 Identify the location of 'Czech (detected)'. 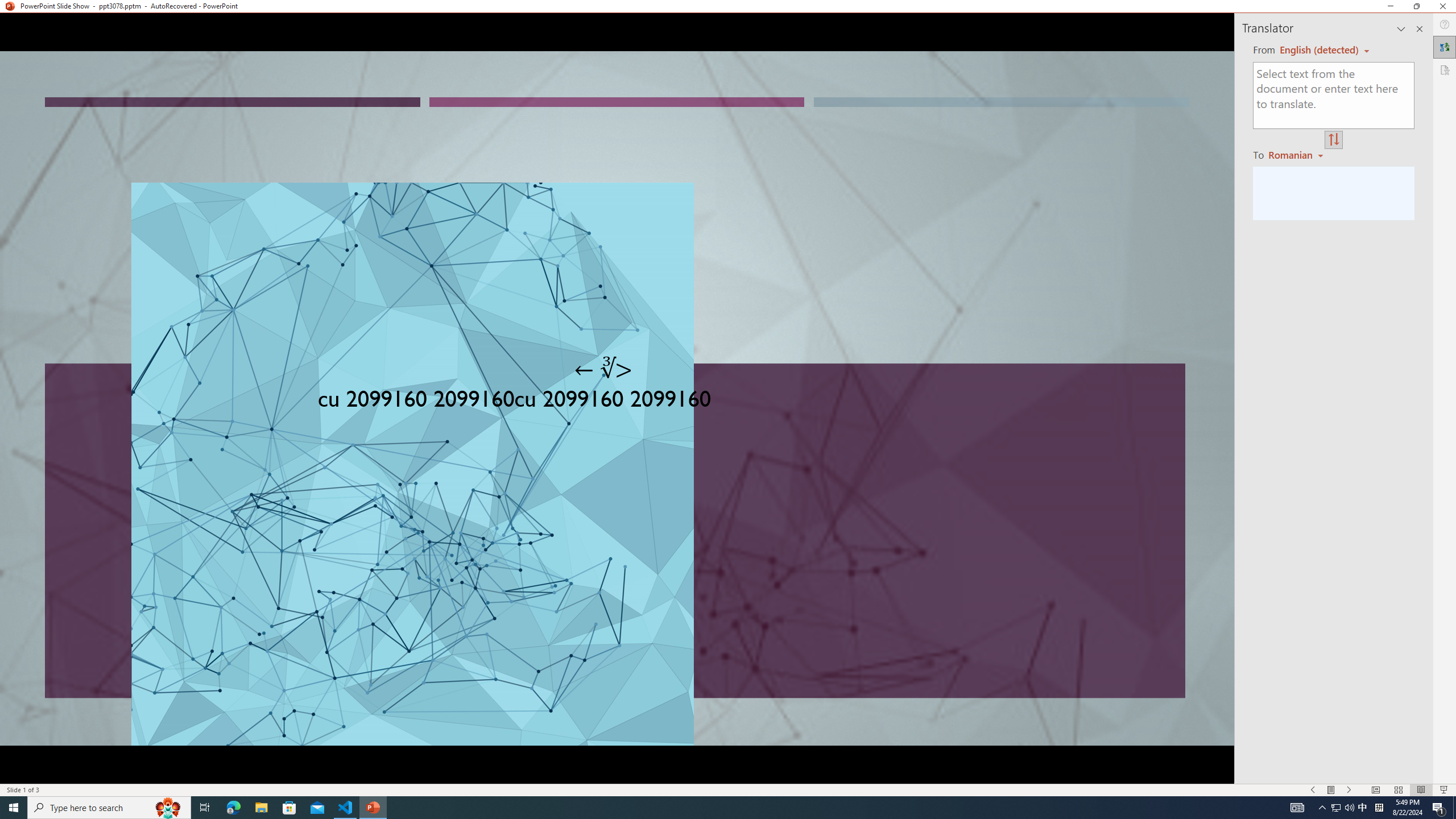
(1319, 50).